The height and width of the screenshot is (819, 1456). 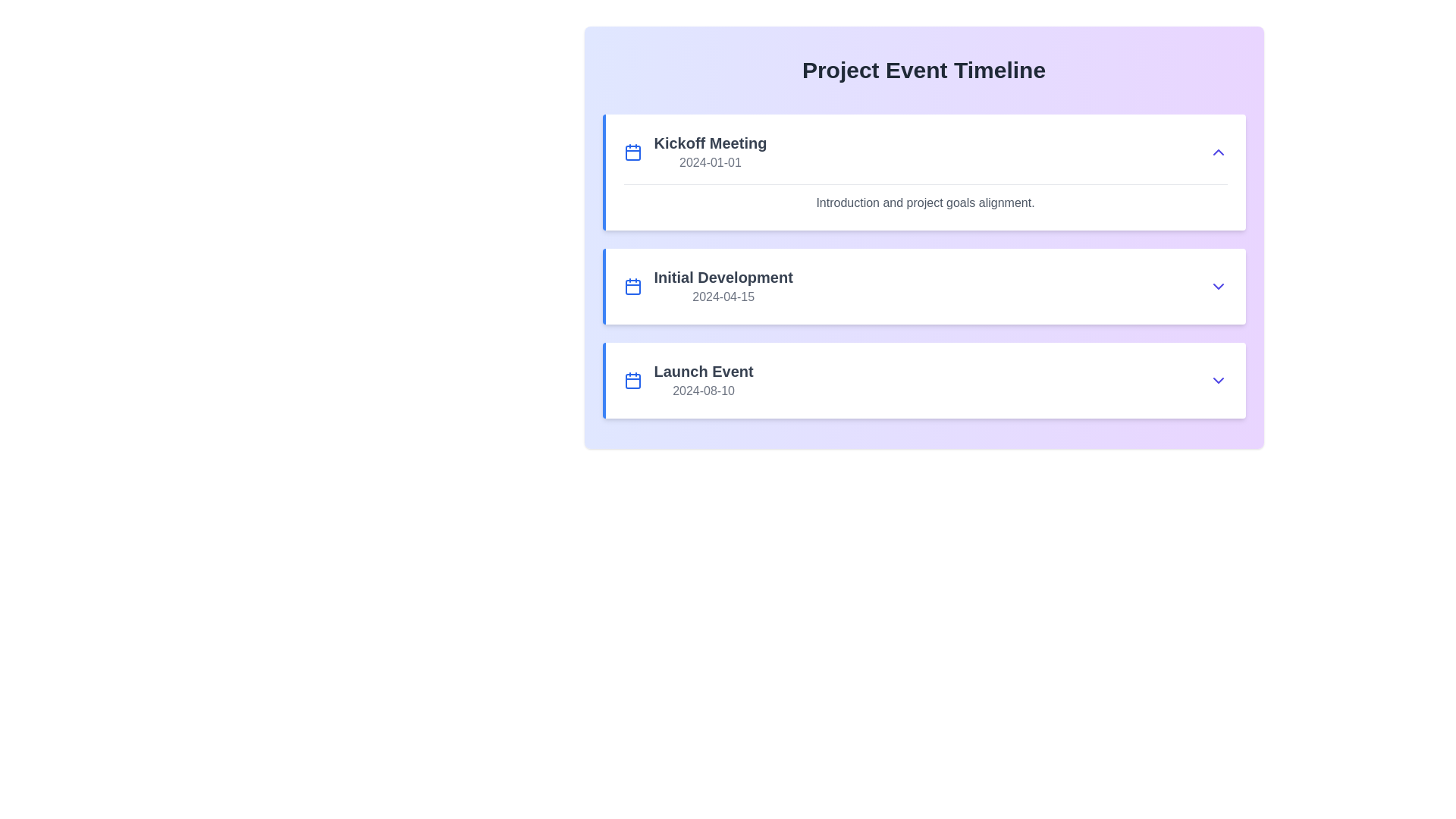 What do you see at coordinates (703, 379) in the screenshot?
I see `the 'Launch Event' text display component which includes the text 'Launch Event' and '2024-08-10', positioned to the right of a blue calendar icon` at bounding box center [703, 379].